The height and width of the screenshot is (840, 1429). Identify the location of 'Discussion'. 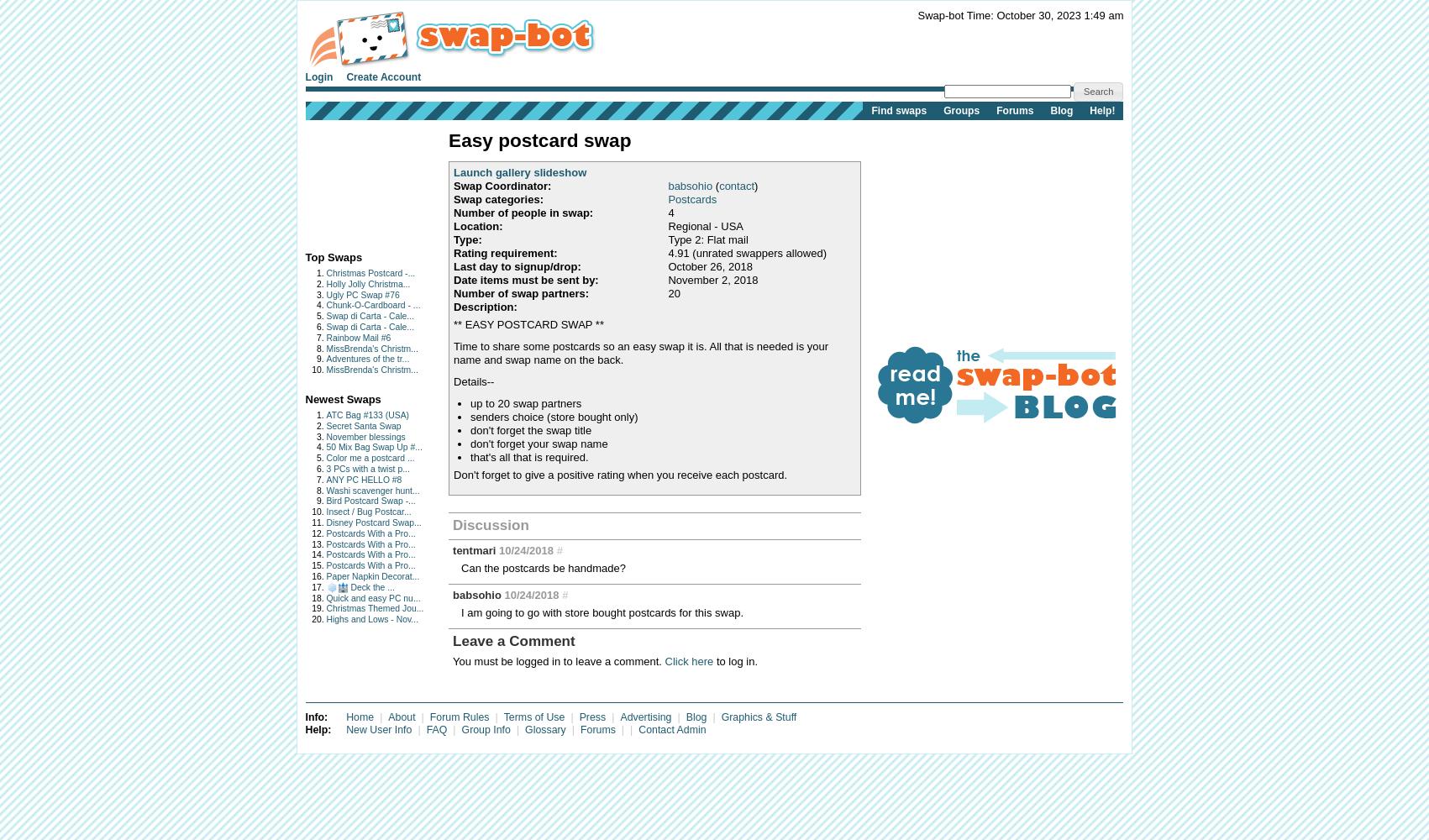
(490, 523).